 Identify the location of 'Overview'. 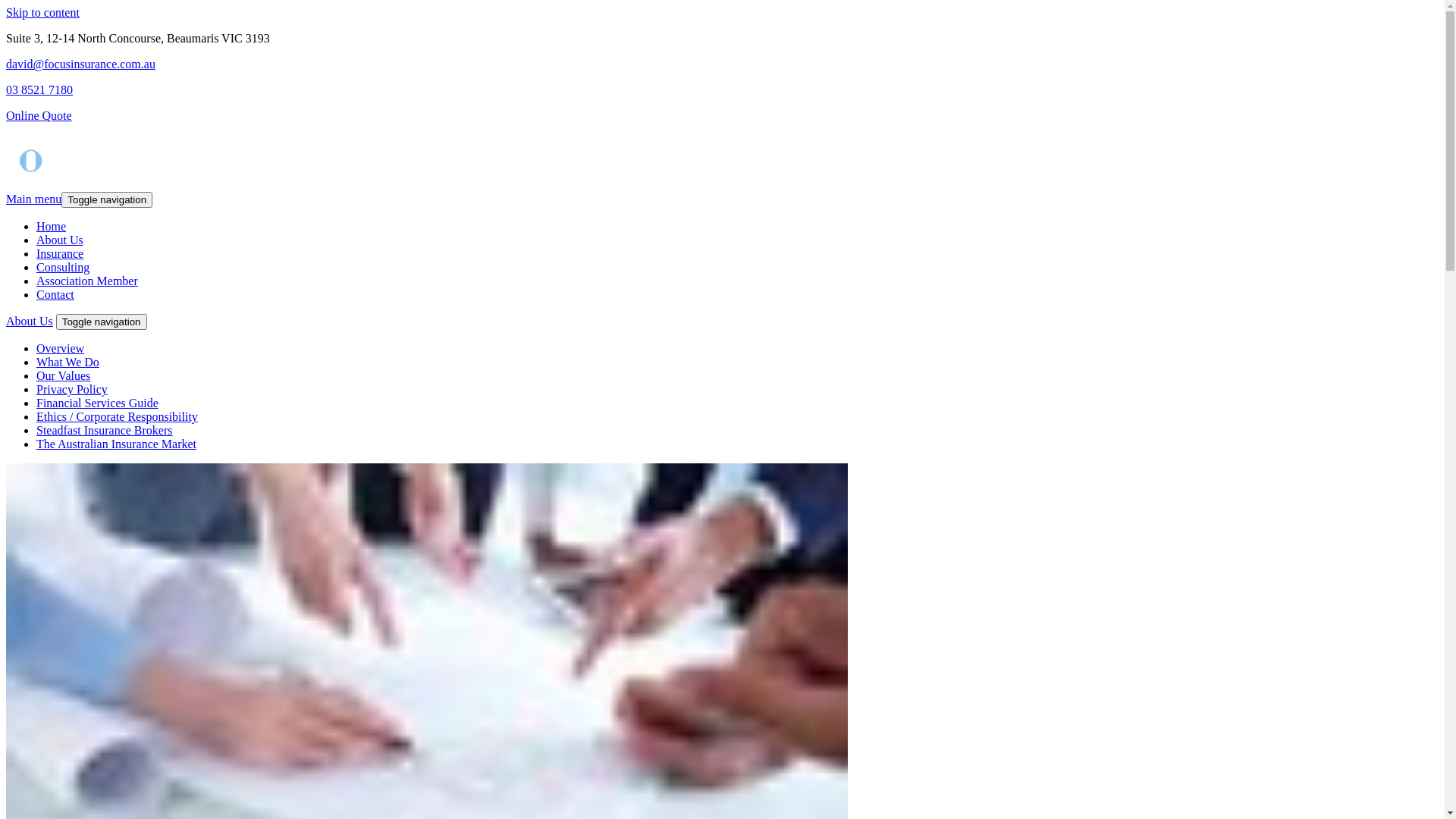
(60, 348).